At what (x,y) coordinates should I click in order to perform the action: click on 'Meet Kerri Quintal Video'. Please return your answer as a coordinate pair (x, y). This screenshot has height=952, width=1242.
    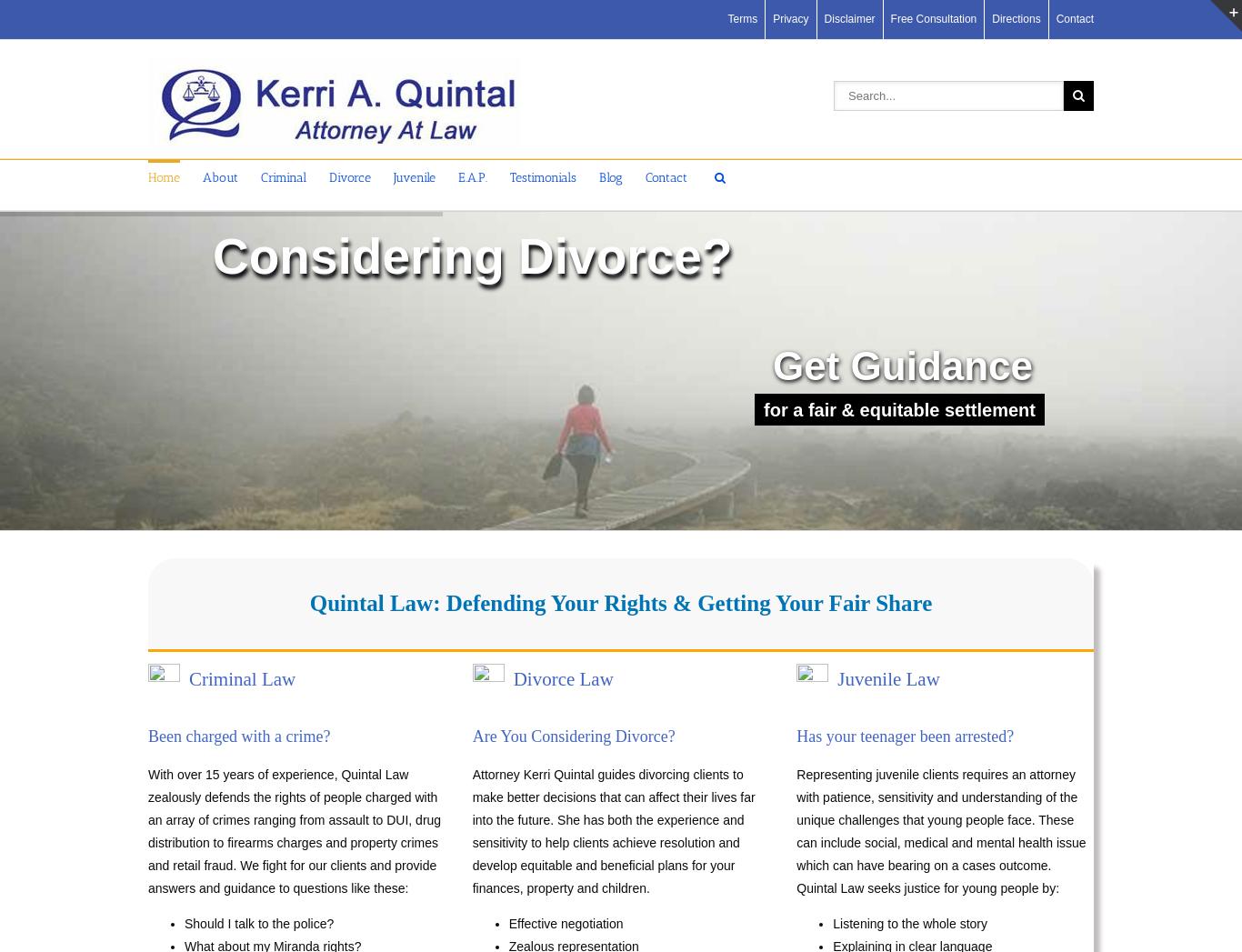
    Looking at the image, I should click on (268, 318).